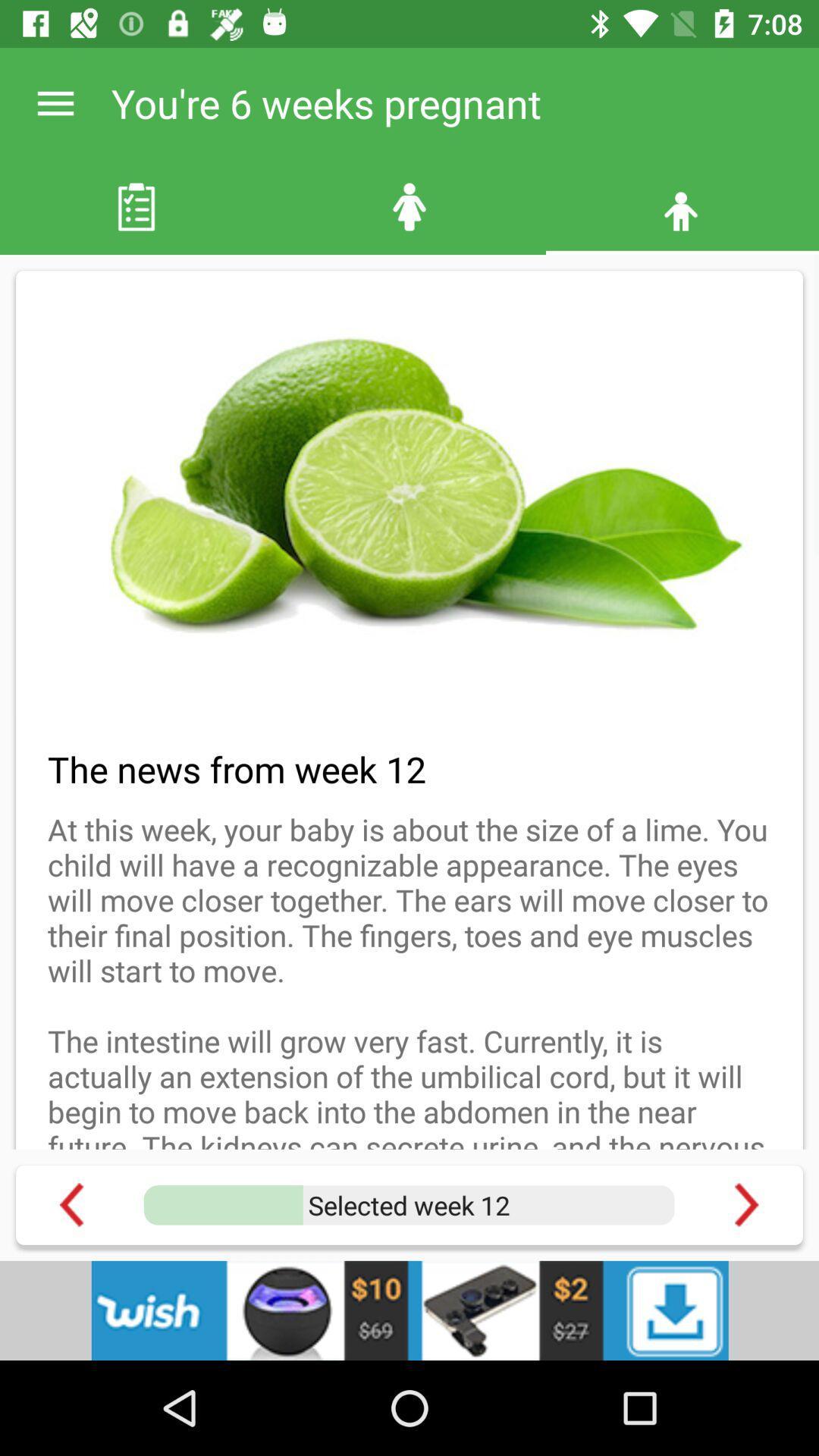 This screenshot has height=1456, width=819. What do you see at coordinates (745, 1204) in the screenshot?
I see `best pregnancy app for you` at bounding box center [745, 1204].